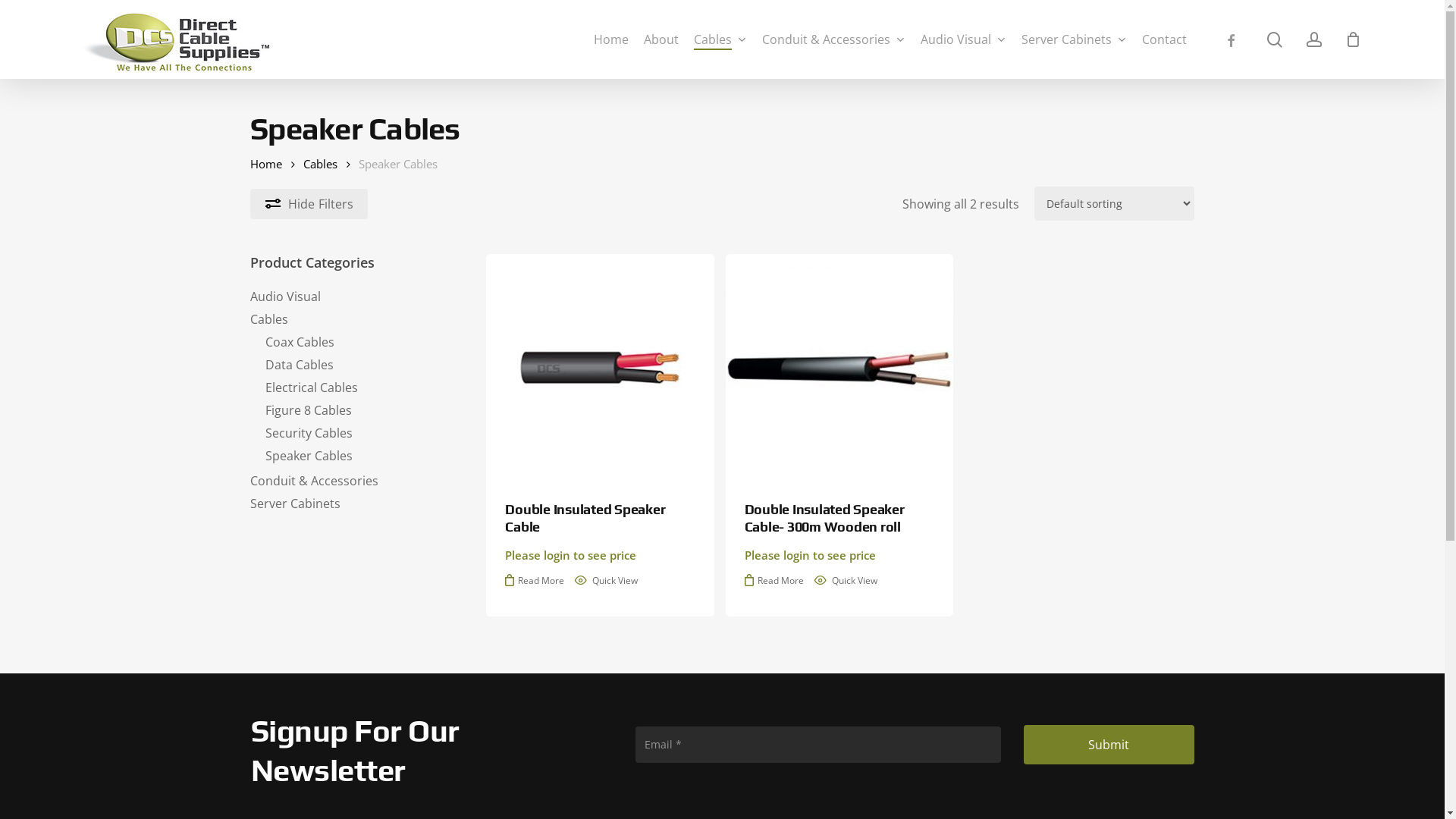  I want to click on 'Double Insulated Speaker Cable- 300m Wooden roll', so click(839, 517).